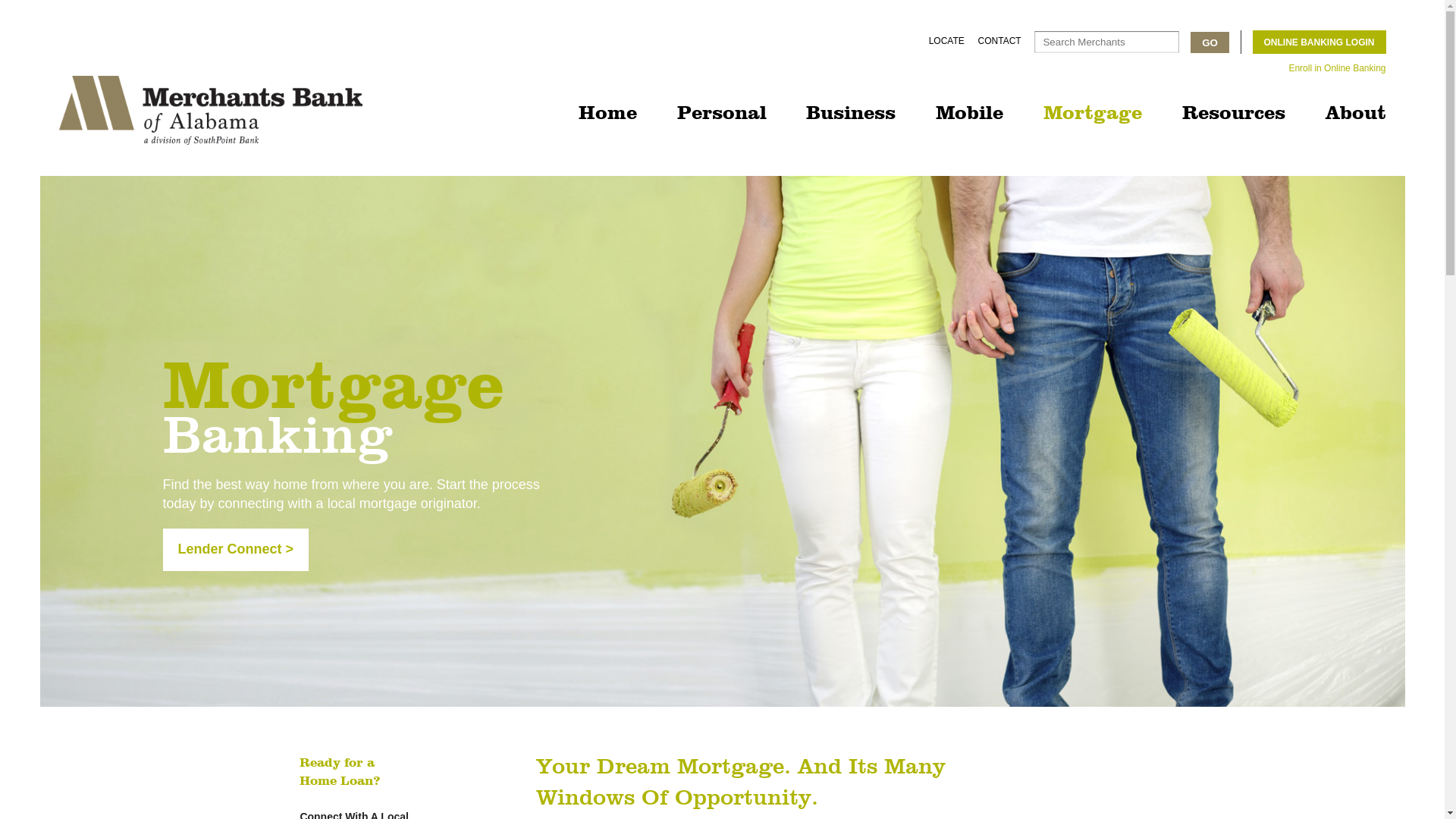  Describe the element at coordinates (946, 40) in the screenshot. I see `'LOCATE'` at that location.